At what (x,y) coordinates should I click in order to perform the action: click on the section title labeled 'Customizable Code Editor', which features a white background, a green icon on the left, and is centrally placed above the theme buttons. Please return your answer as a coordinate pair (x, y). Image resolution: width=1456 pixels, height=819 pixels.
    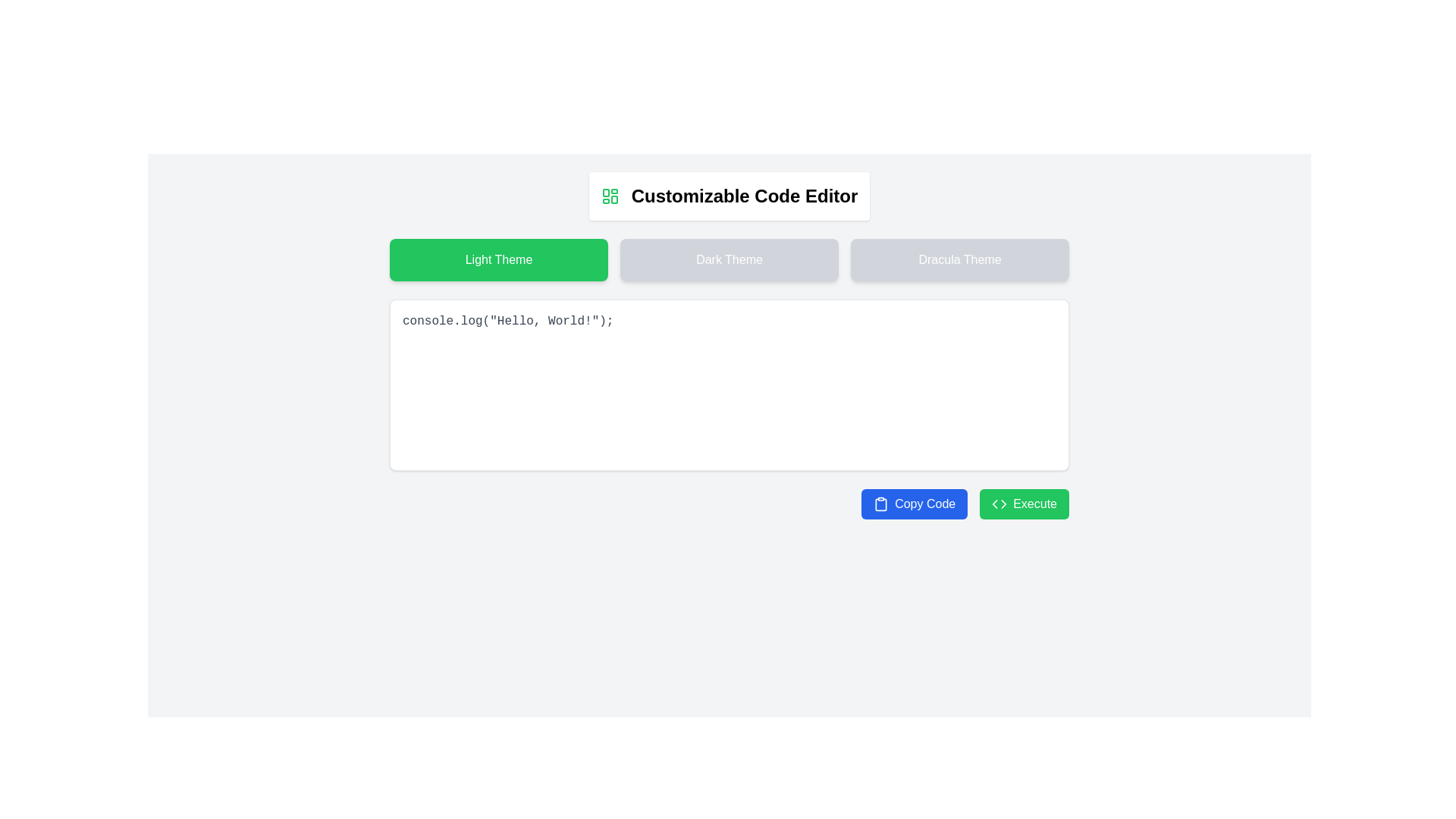
    Looking at the image, I should click on (729, 195).